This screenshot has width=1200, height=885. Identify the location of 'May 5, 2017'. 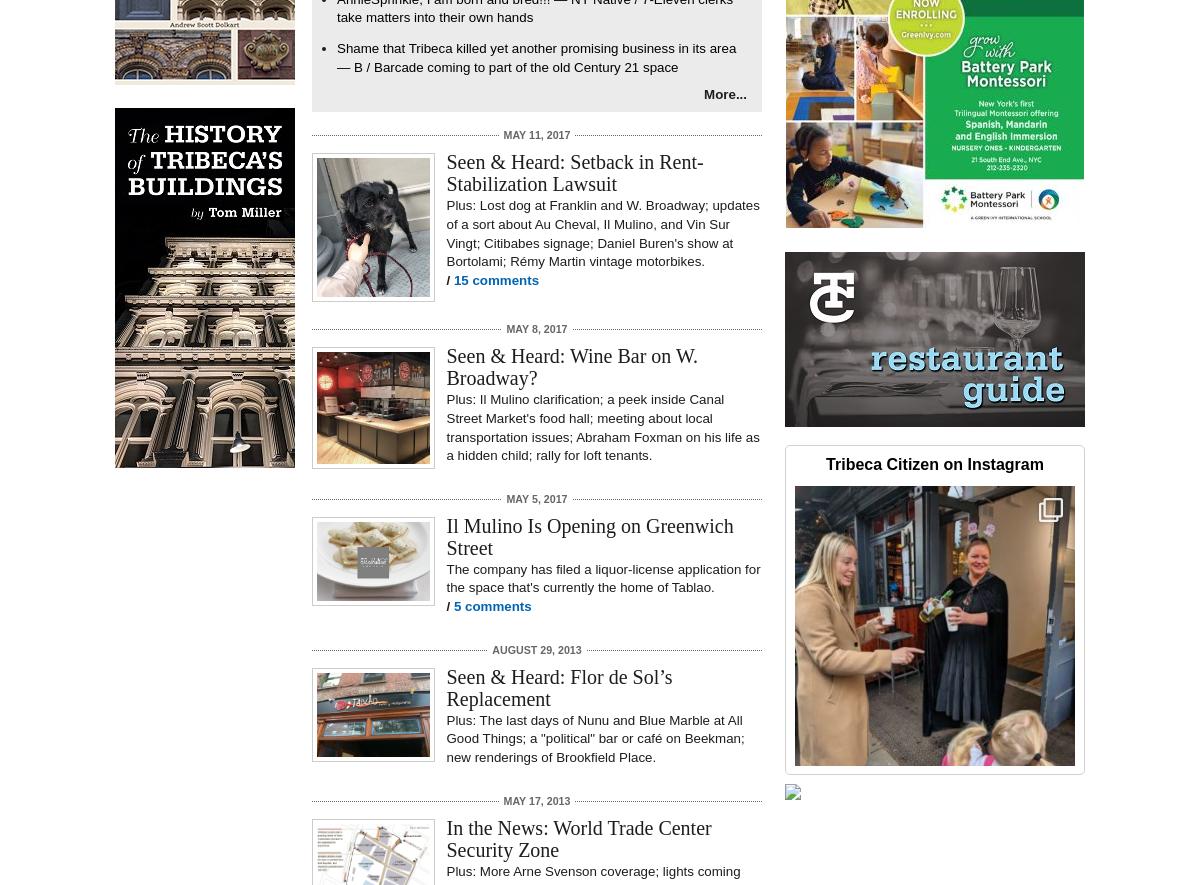
(505, 497).